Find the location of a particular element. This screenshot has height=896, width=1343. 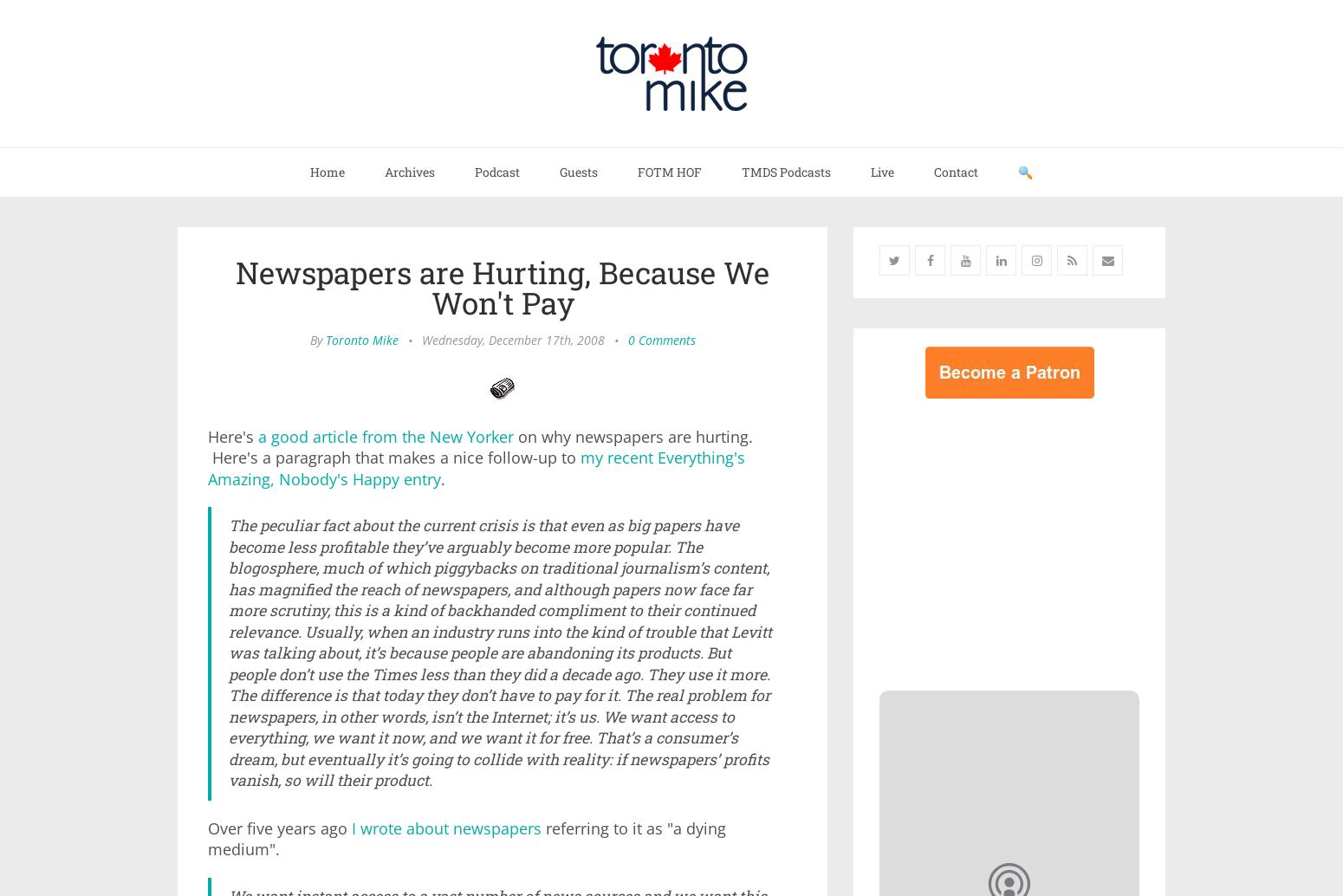

'on why newspapers are hurting.  Here's a paragraph that makes a nice follow-up to' is located at coordinates (480, 445).